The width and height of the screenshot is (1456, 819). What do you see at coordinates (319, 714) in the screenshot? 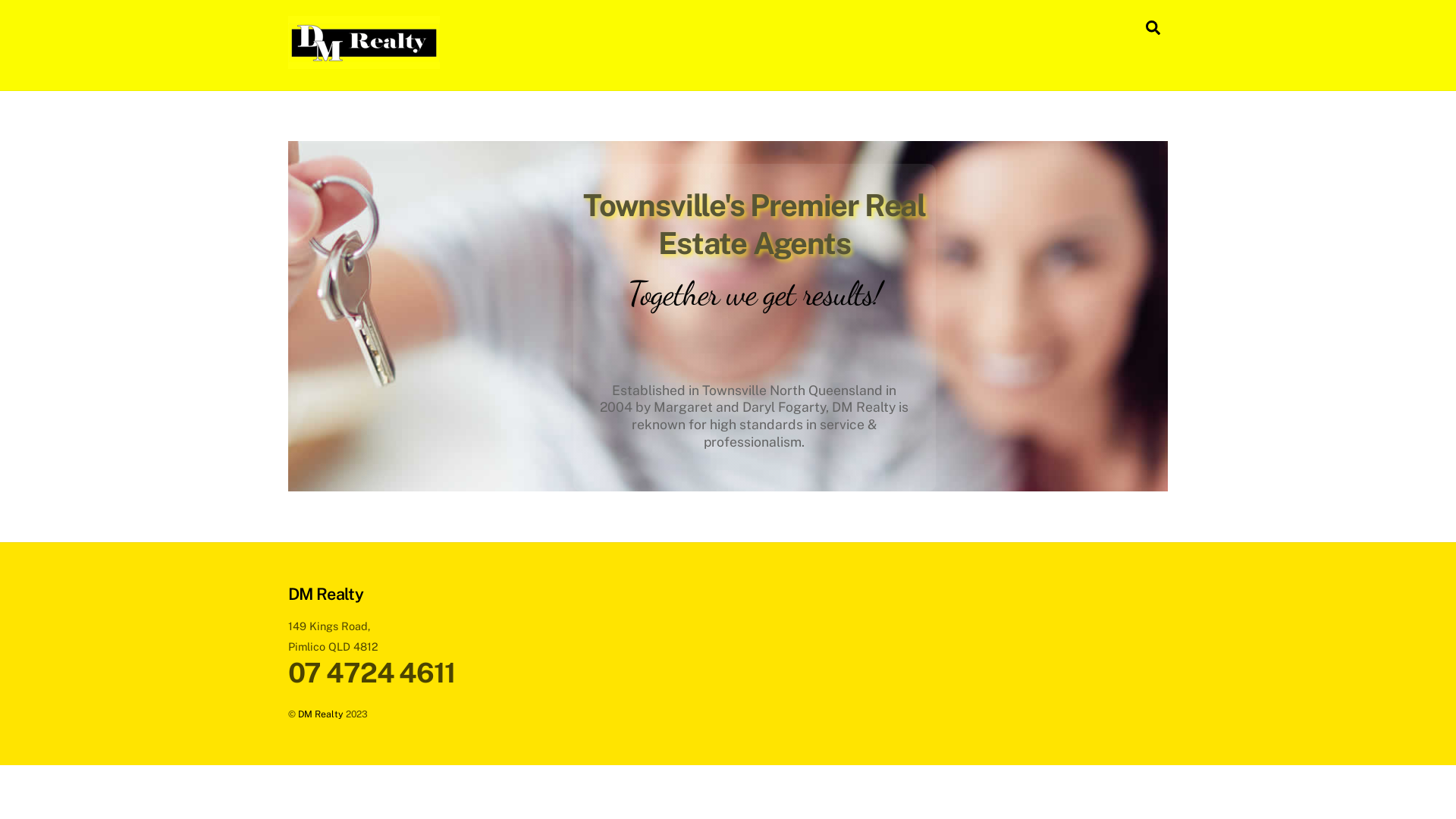
I see `'DM Realty'` at bounding box center [319, 714].